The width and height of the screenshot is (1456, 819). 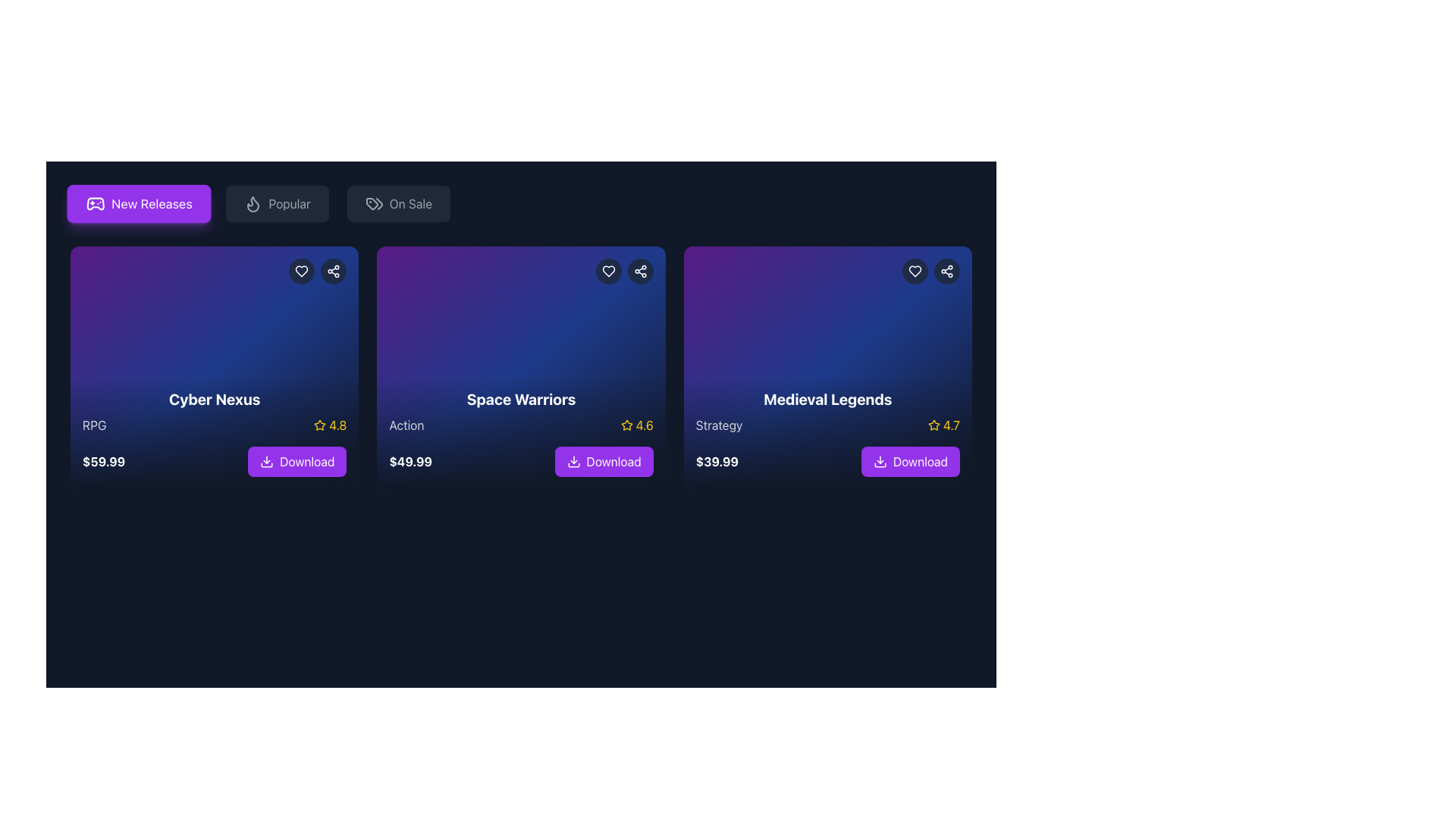 What do you see at coordinates (613, 461) in the screenshot?
I see `the 'Download' text label displayed in white on a purple button background, located at the bottom right corner of the second card from the left` at bounding box center [613, 461].